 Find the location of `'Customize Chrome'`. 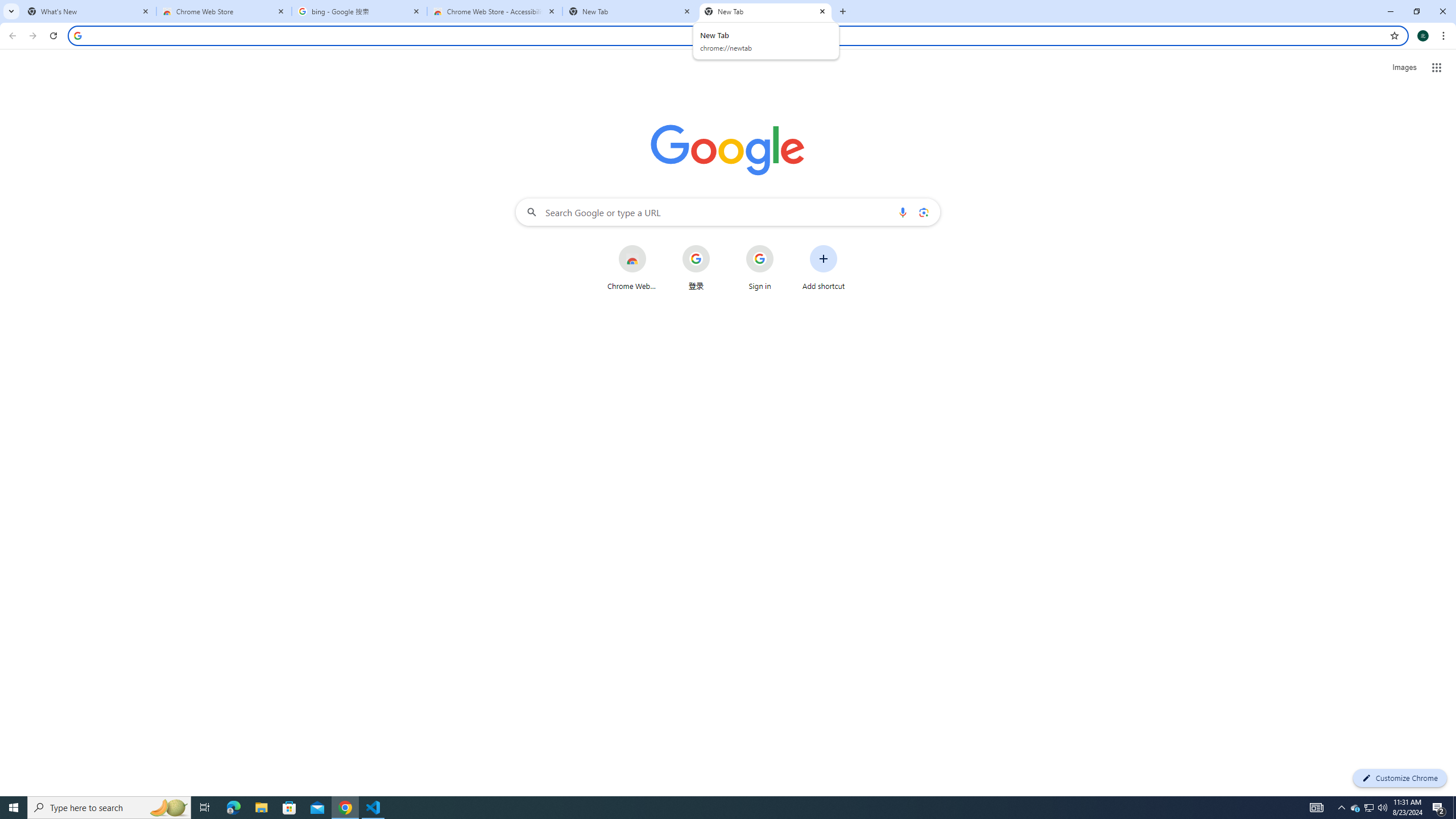

'Customize Chrome' is located at coordinates (1400, 777).